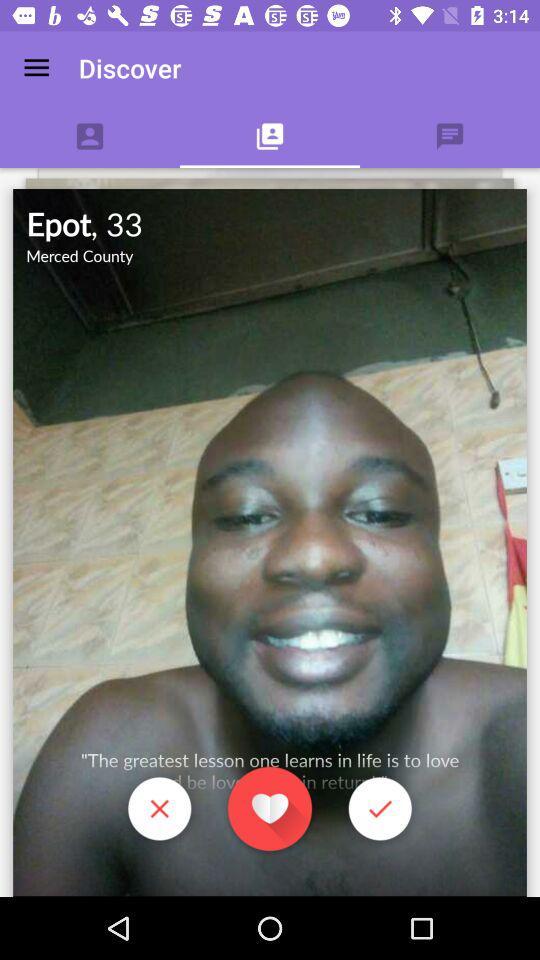 This screenshot has width=540, height=960. I want to click on the close icon, so click(158, 811).